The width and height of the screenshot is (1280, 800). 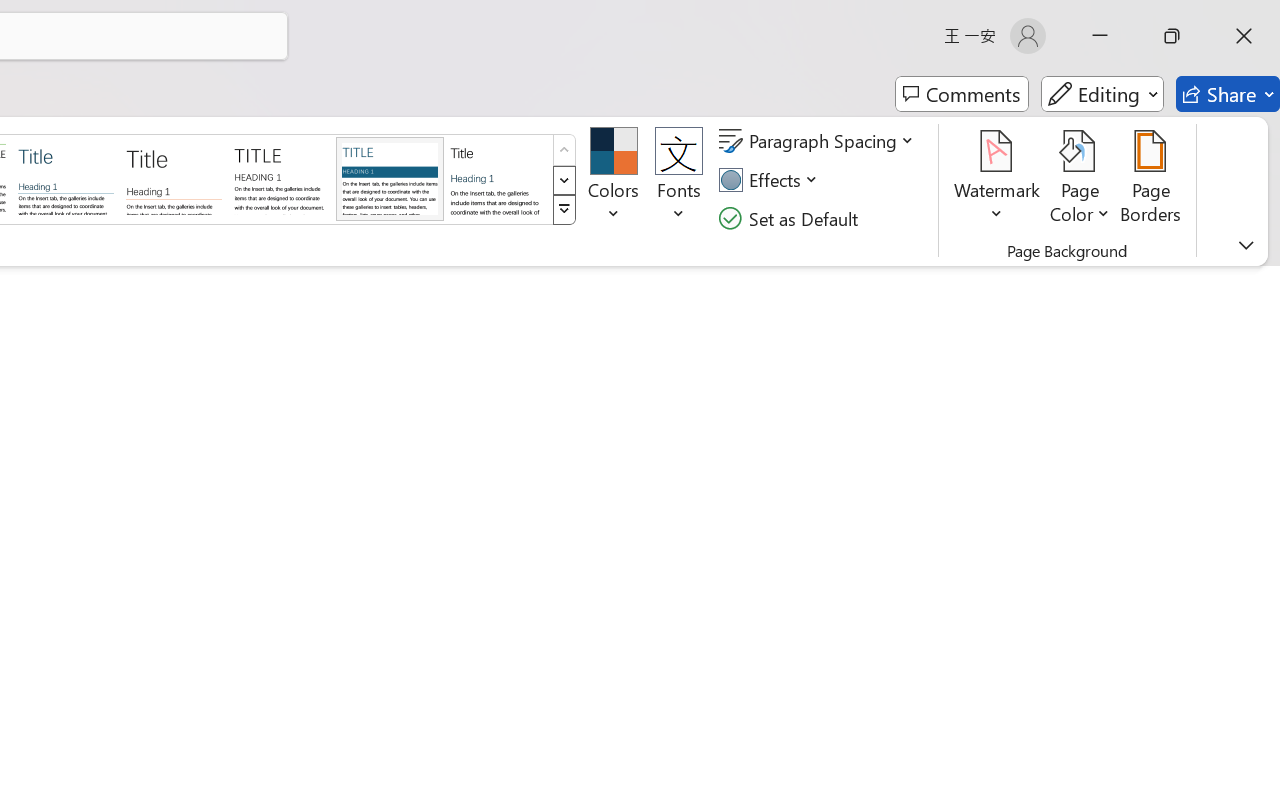 I want to click on 'Row up', so click(x=563, y=150).